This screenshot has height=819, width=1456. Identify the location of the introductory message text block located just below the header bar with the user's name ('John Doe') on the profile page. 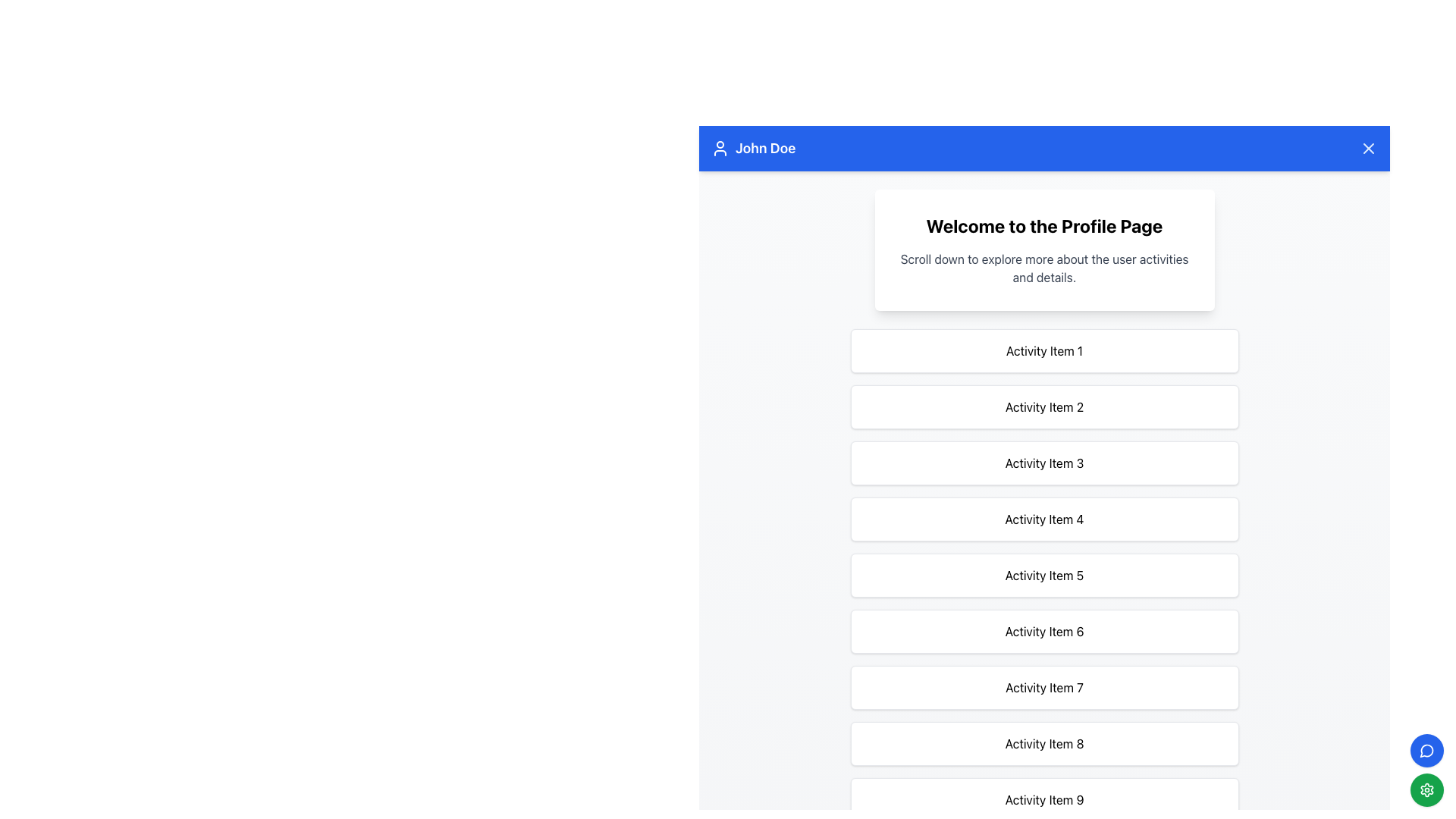
(1043, 249).